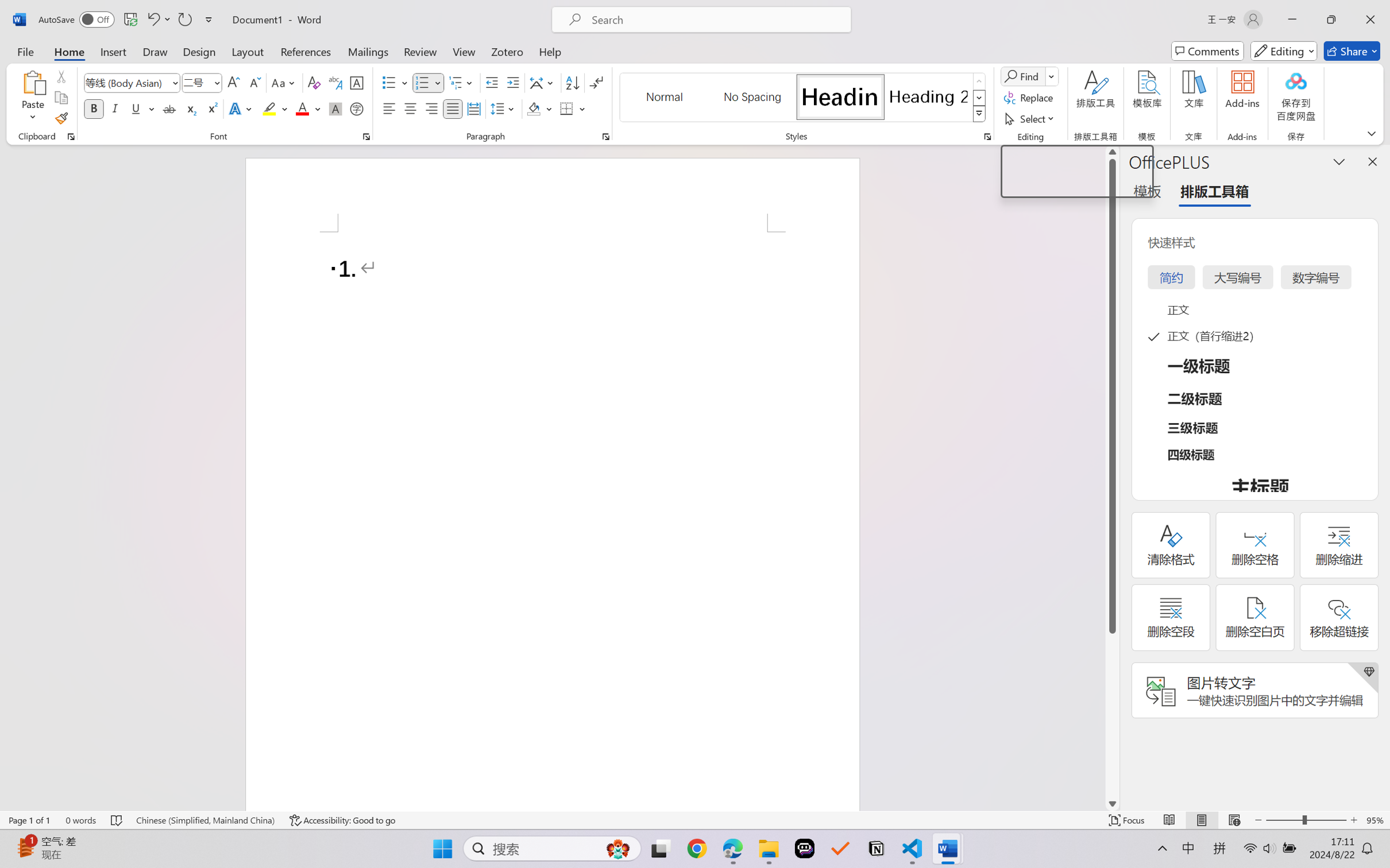 The height and width of the screenshot is (868, 1390). What do you see at coordinates (184, 19) in the screenshot?
I see `'Repeat Doc Close'` at bounding box center [184, 19].